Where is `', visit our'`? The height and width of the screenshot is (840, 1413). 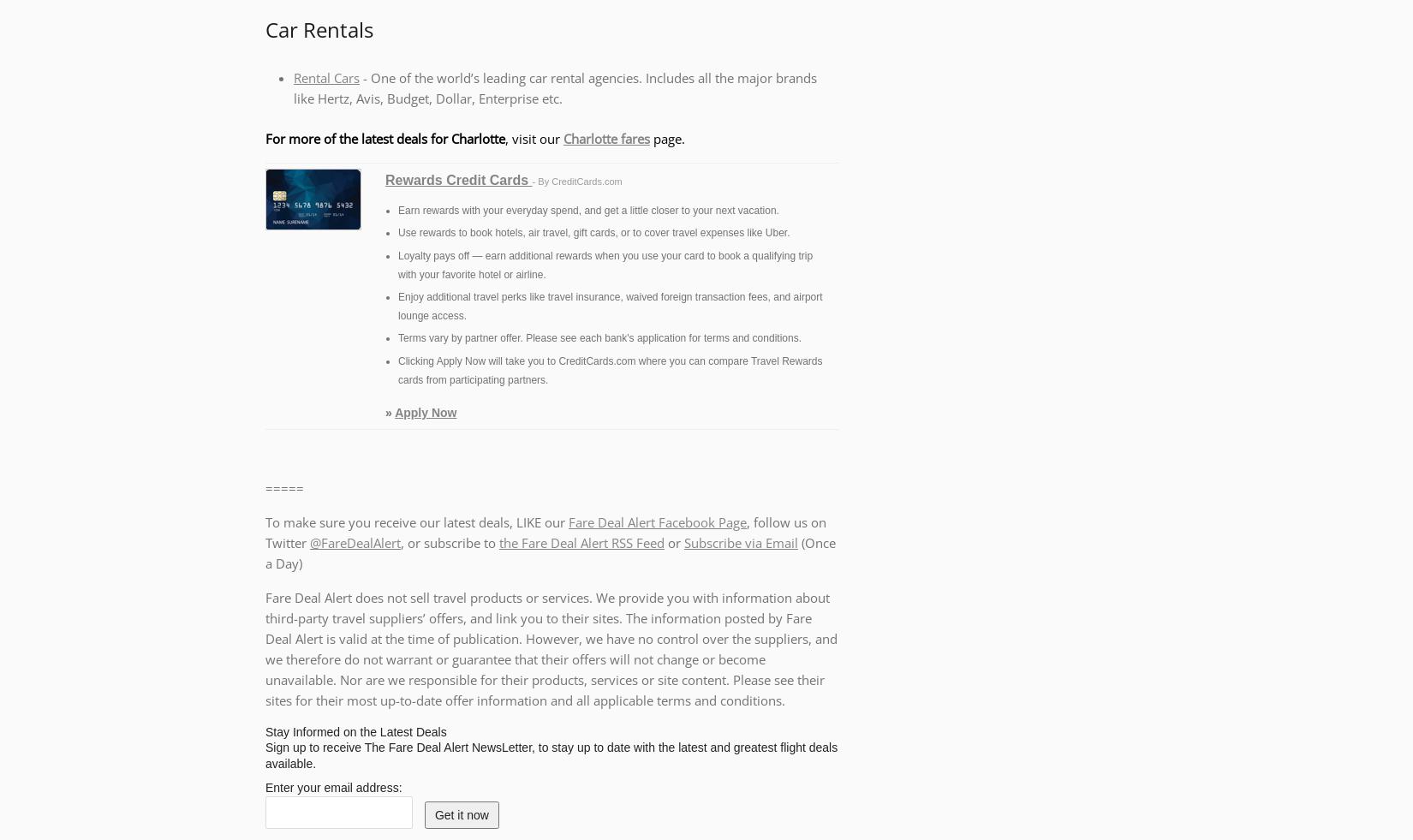 ', visit our' is located at coordinates (534, 136).